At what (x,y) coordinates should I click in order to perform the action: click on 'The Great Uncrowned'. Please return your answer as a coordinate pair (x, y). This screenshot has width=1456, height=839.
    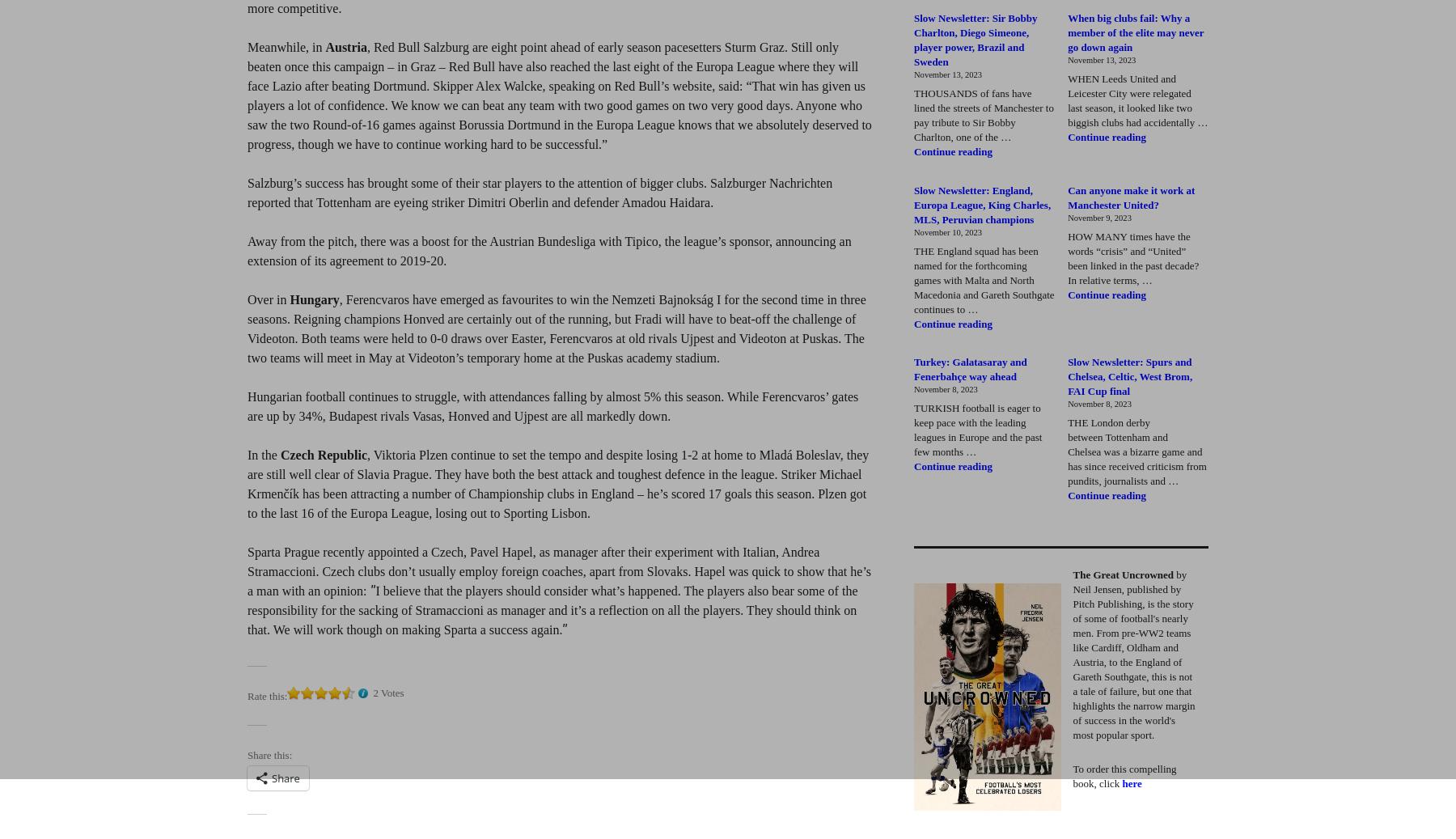
    Looking at the image, I should click on (1122, 574).